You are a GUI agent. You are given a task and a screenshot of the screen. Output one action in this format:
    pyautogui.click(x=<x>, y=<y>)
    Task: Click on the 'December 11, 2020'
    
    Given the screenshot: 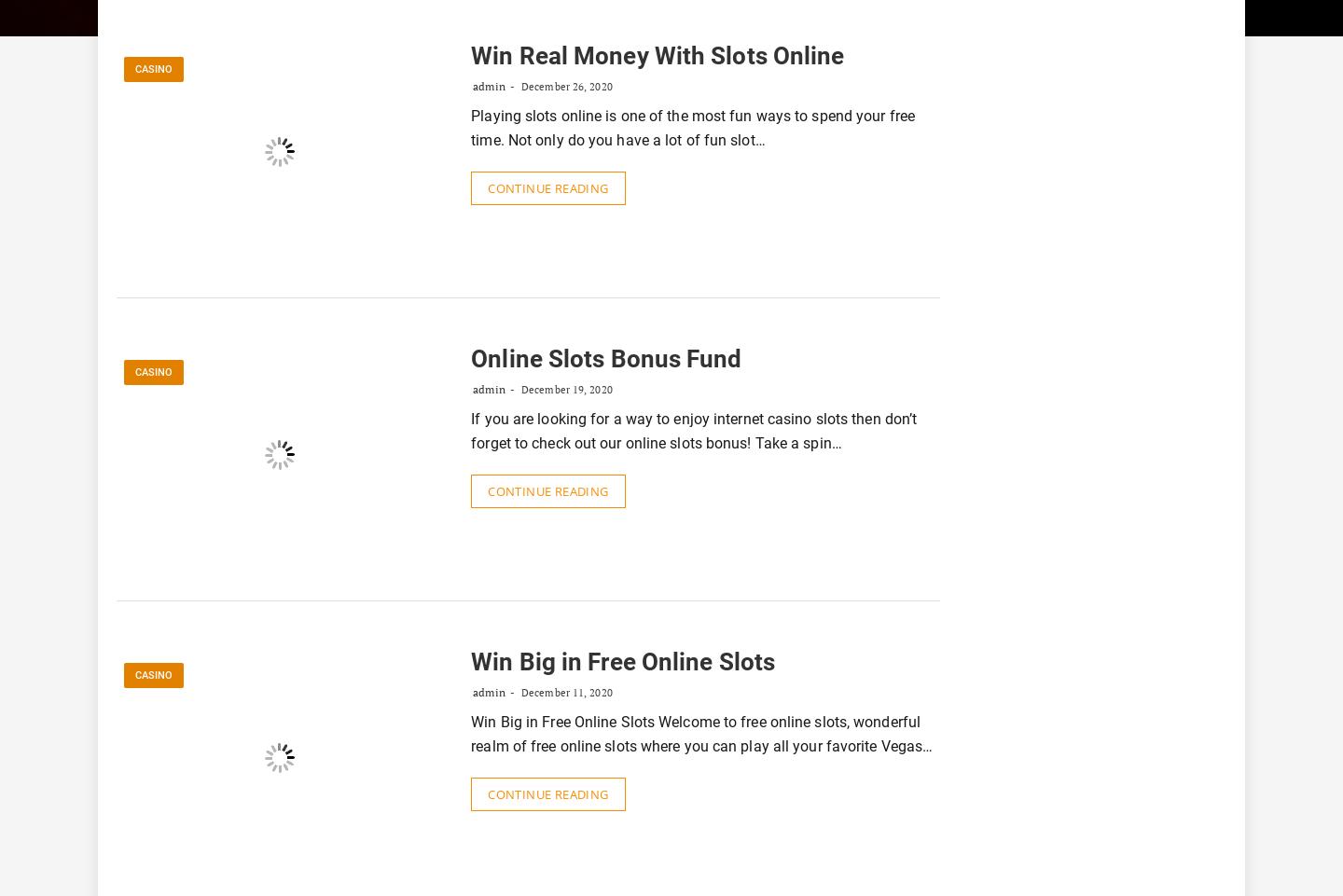 What is the action you would take?
    pyautogui.click(x=563, y=693)
    